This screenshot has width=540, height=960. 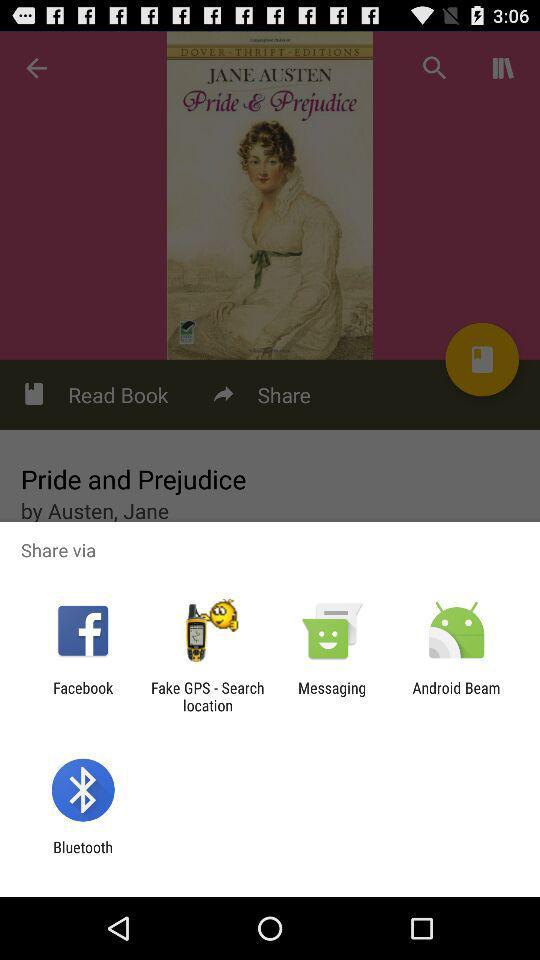 I want to click on the item next to the messaging item, so click(x=456, y=696).